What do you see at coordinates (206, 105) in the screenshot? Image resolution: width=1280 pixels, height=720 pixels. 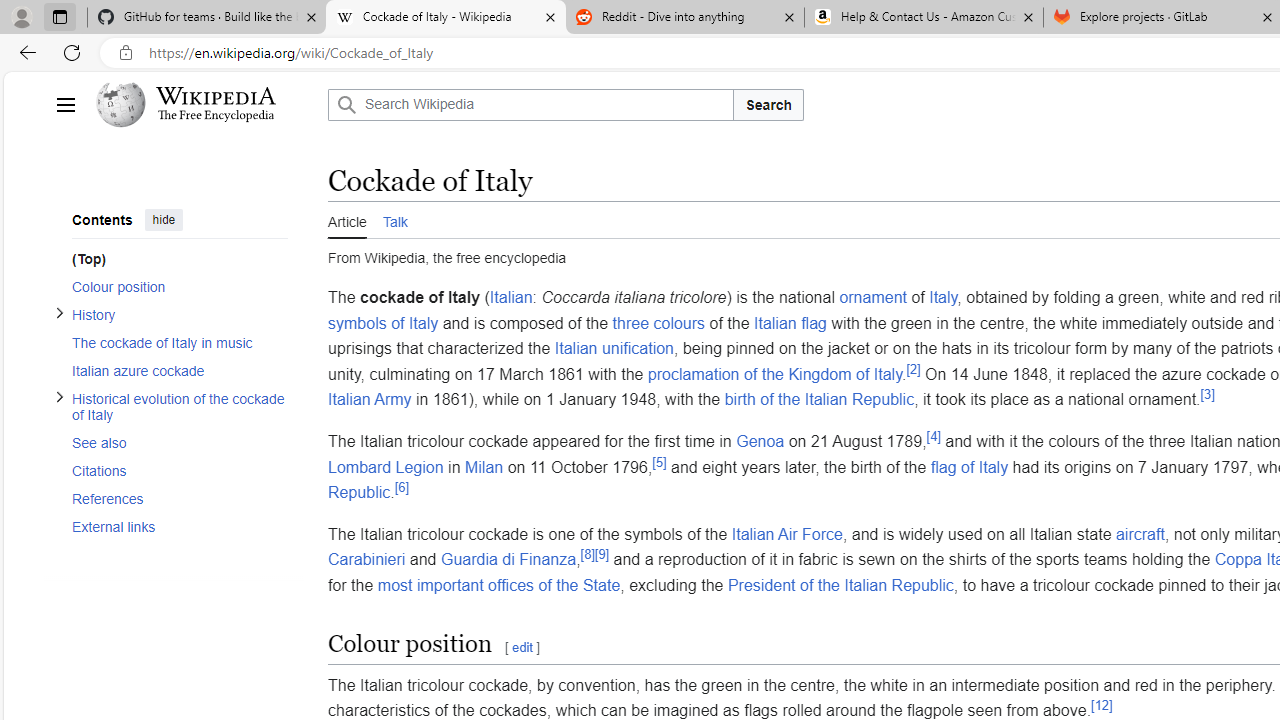 I see `'Wikipedia The Free Encyclopedia'` at bounding box center [206, 105].